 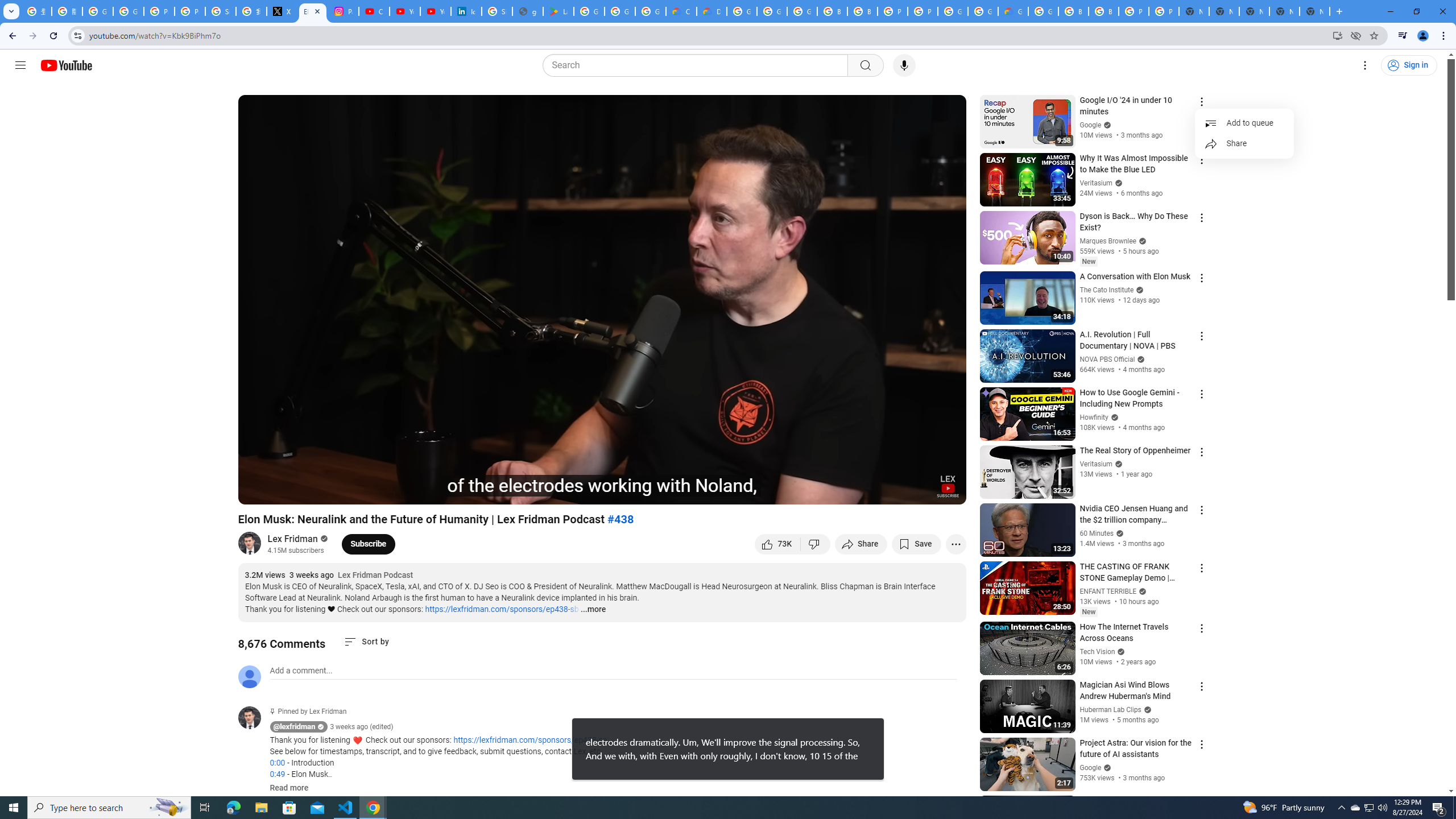 What do you see at coordinates (1243, 122) in the screenshot?
I see `'Add to queue'` at bounding box center [1243, 122].